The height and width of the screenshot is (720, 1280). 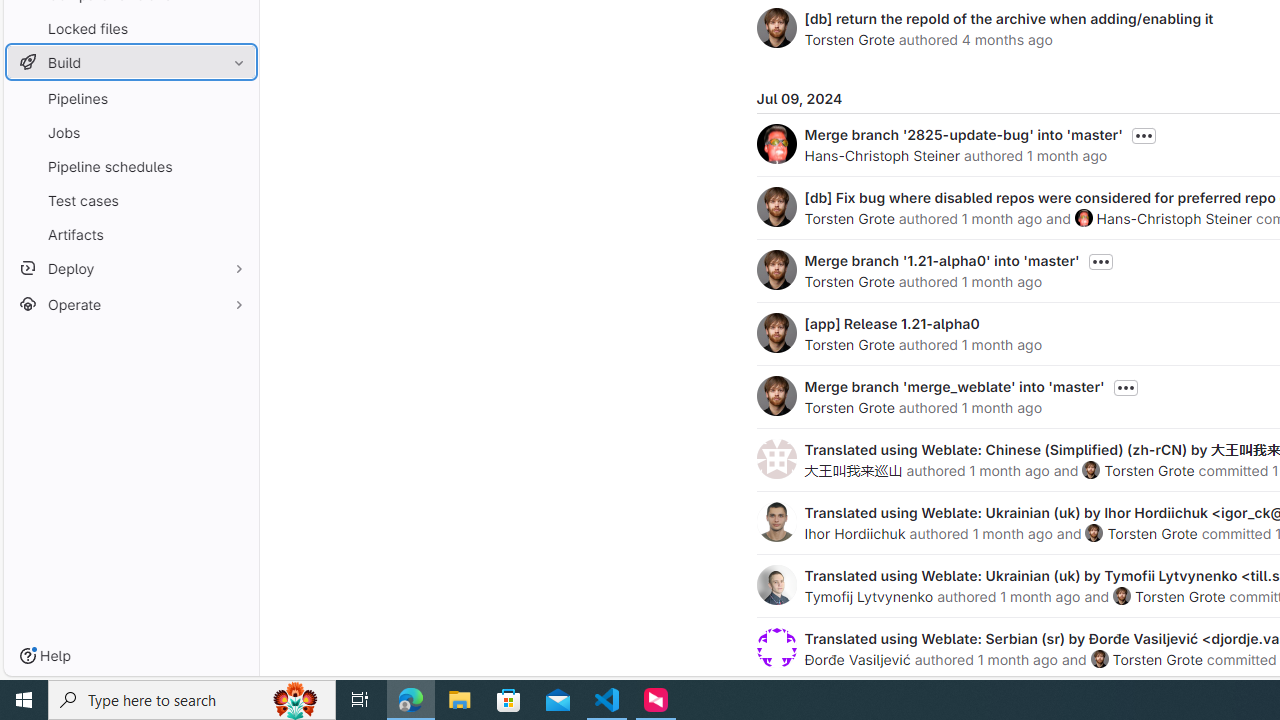 I want to click on 'Ihor Hordiichuk', so click(x=775, y=521).